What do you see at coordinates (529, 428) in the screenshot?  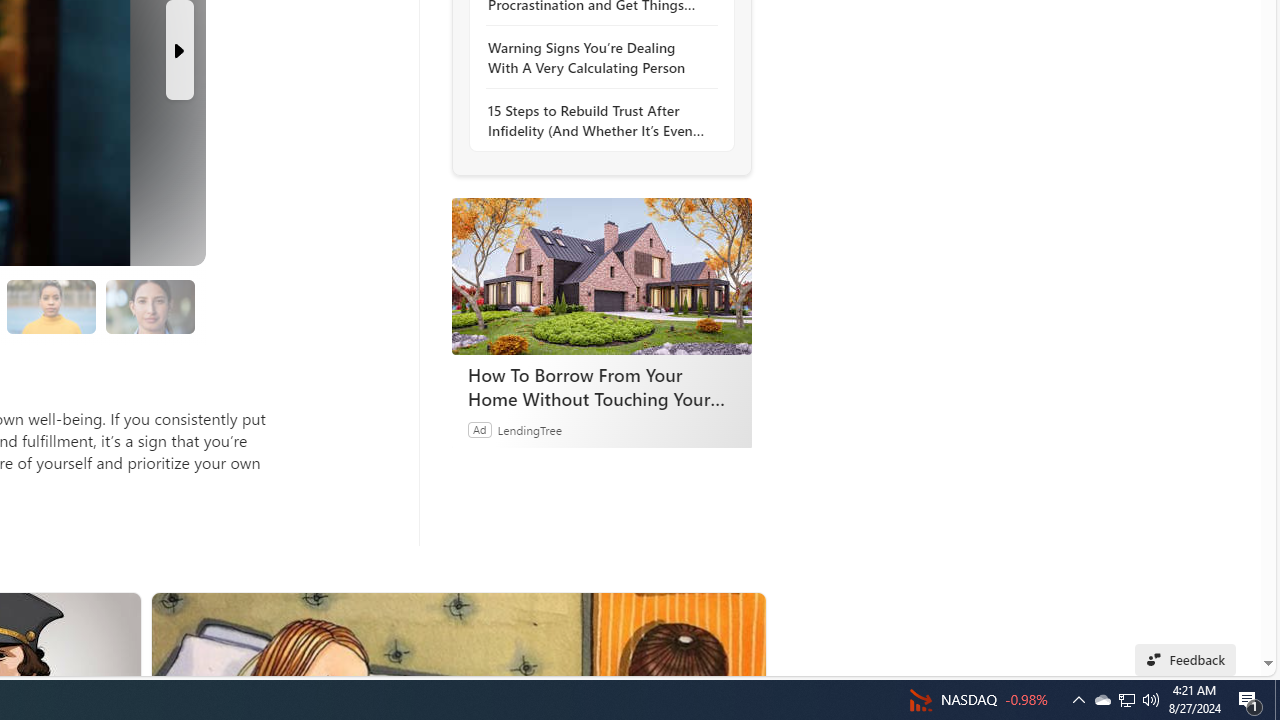 I see `'LendingTree'` at bounding box center [529, 428].